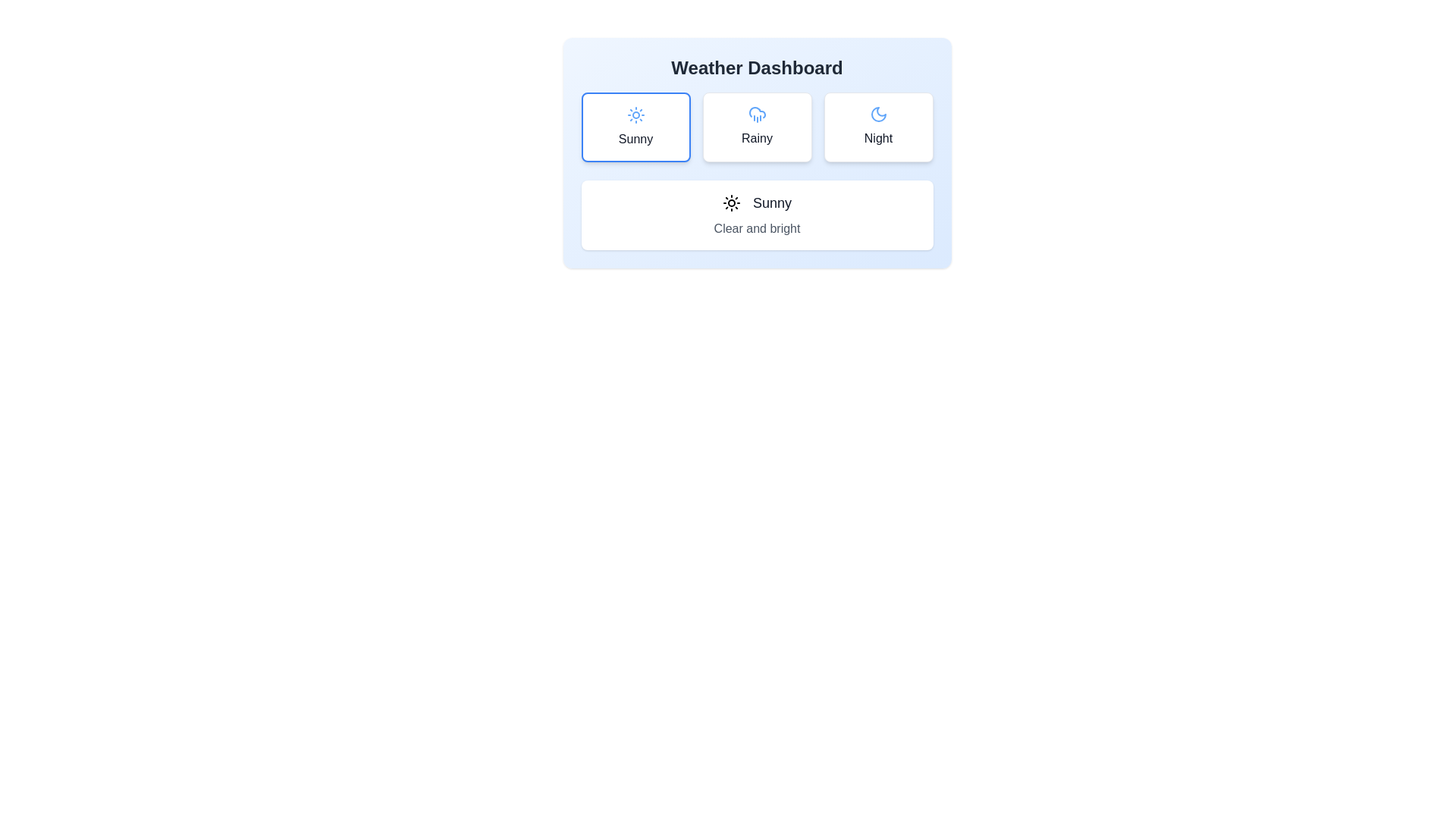  Describe the element at coordinates (757, 67) in the screenshot. I see `heading text 'Weather Dashboard' displayed in bold, large font at the top section of the panel with a soft blue gradient background` at that location.